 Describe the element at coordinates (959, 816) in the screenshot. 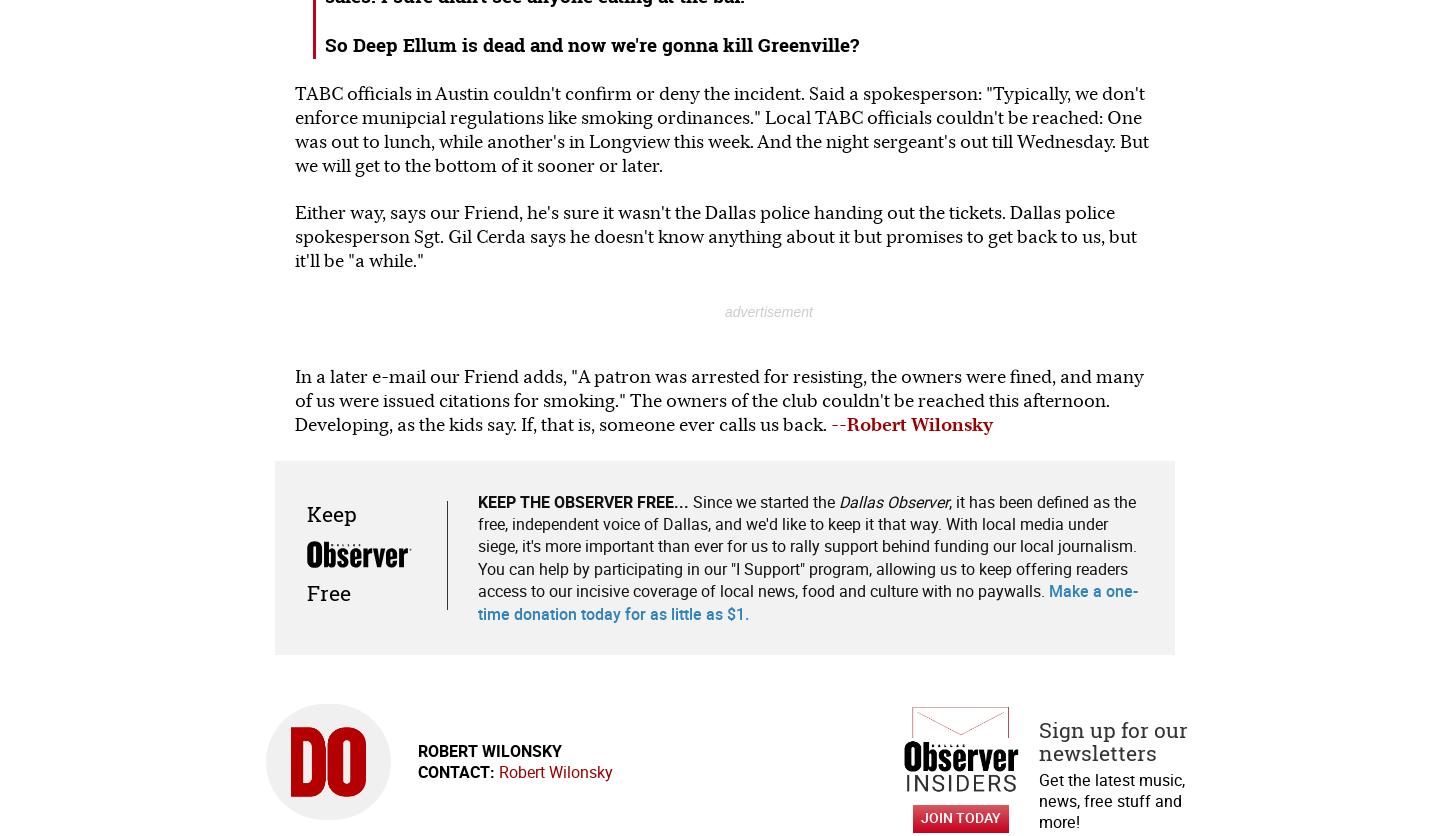

I see `'Join Today'` at that location.